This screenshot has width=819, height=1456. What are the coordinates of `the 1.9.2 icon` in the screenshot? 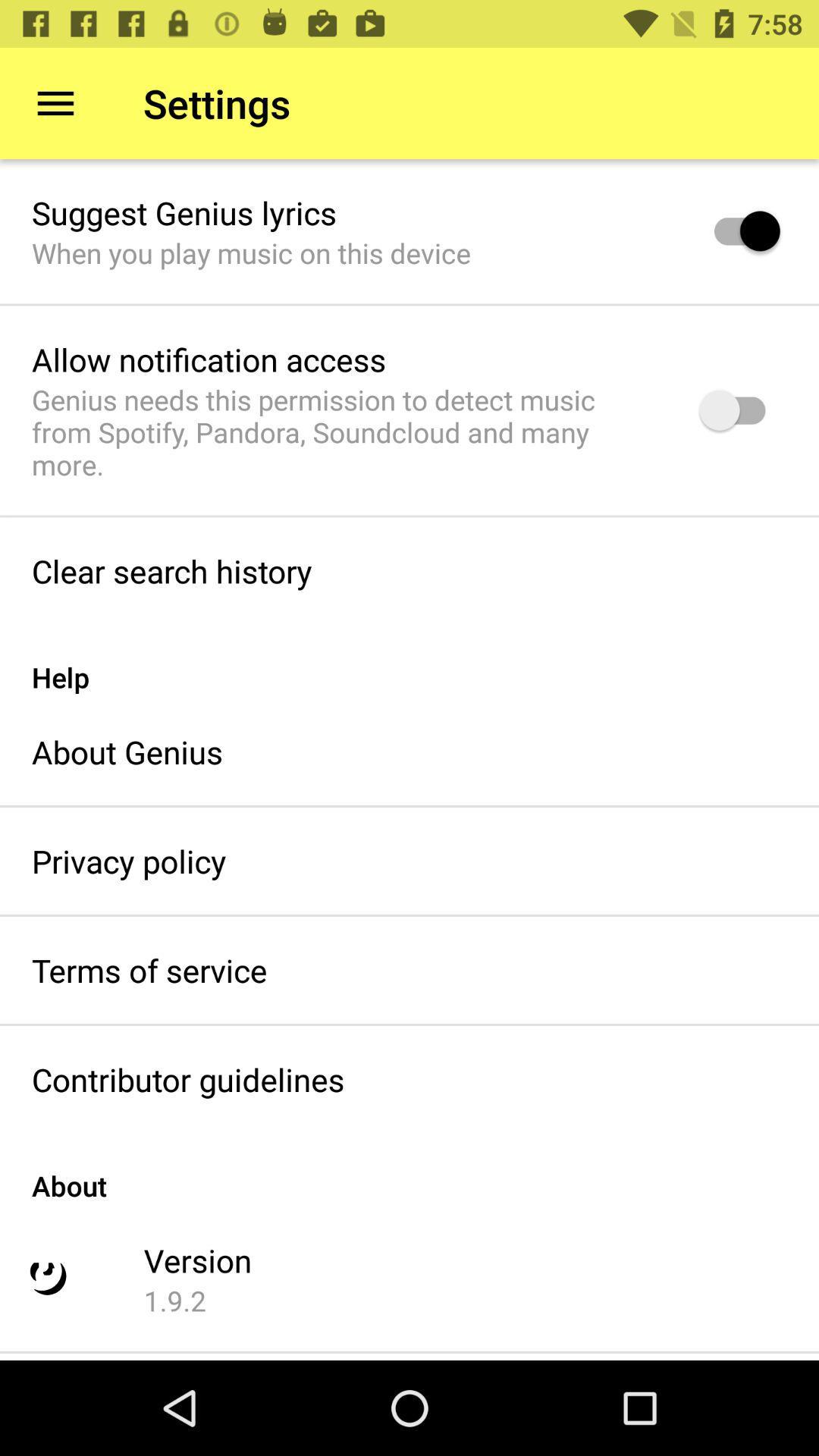 It's located at (174, 1300).